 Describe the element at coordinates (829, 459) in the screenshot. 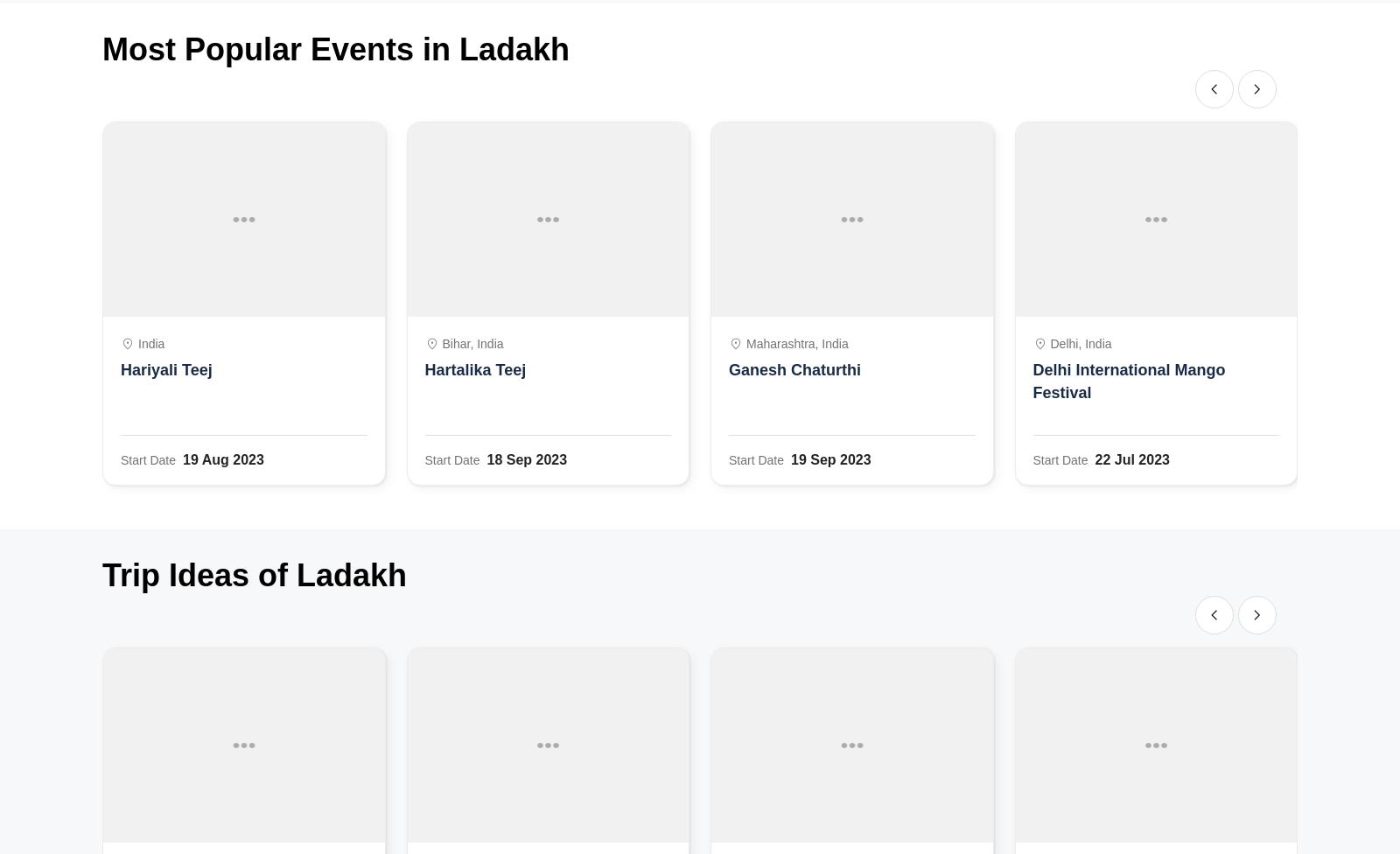

I see `'19 Sep 2023'` at that location.